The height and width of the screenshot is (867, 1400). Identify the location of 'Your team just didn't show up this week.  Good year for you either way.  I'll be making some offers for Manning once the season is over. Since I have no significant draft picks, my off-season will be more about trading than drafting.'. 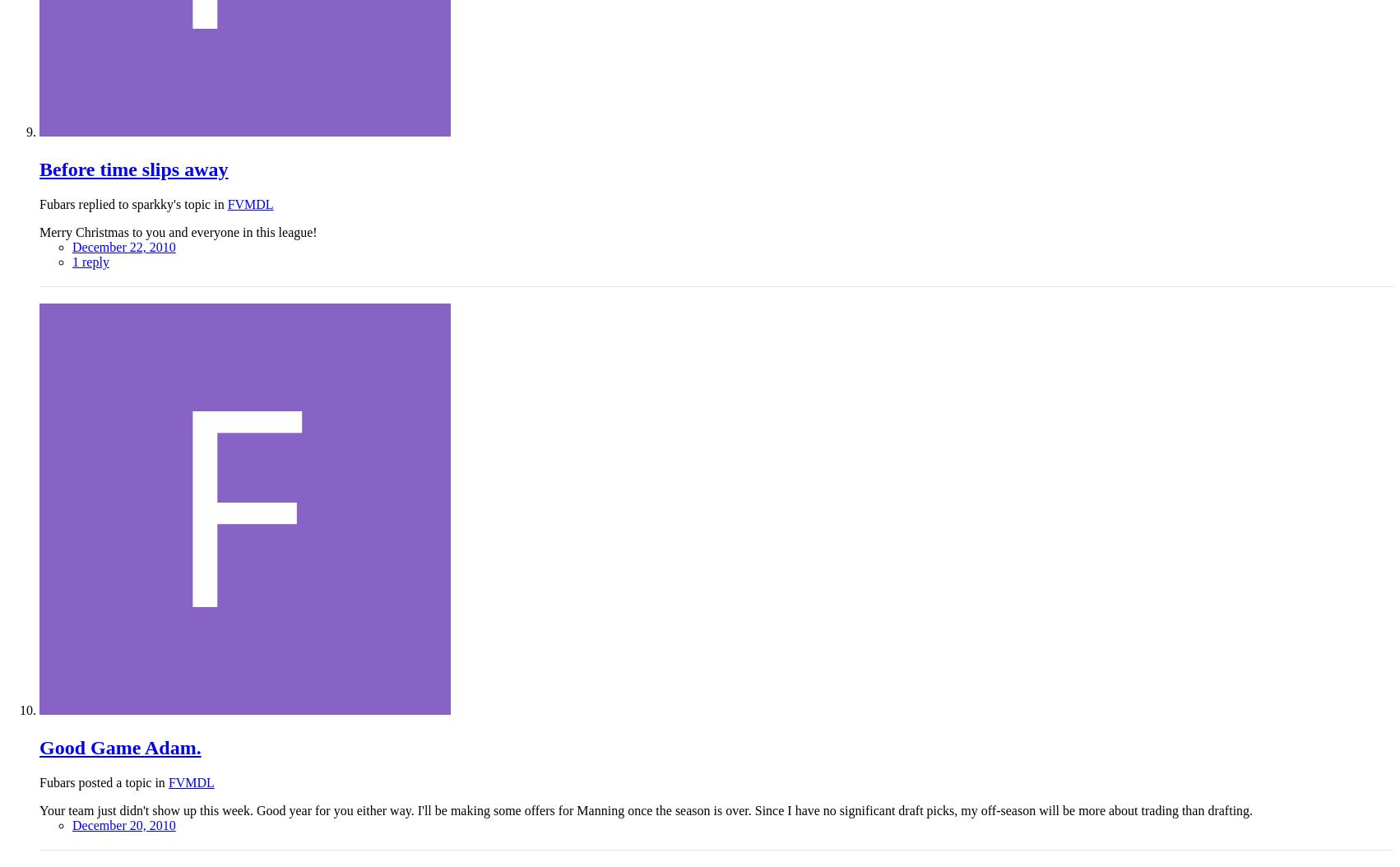
(39, 810).